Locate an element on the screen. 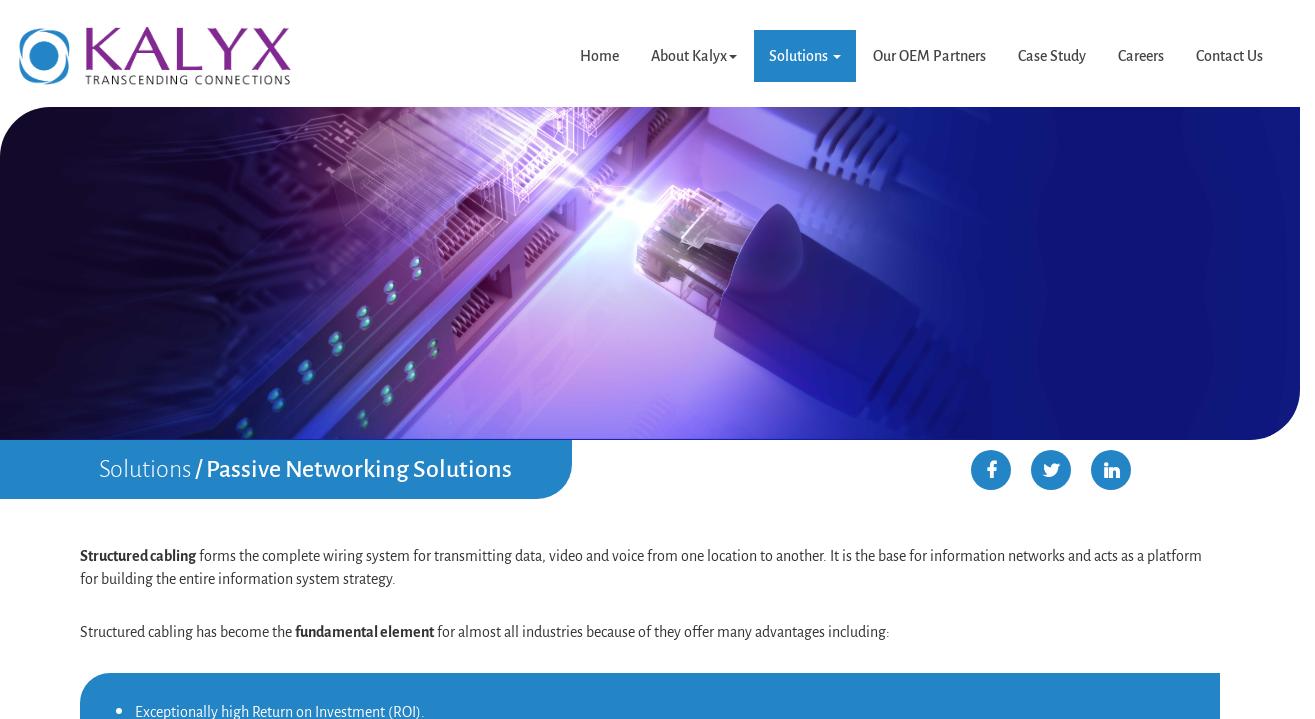  'Contact Us' is located at coordinates (1228, 55).